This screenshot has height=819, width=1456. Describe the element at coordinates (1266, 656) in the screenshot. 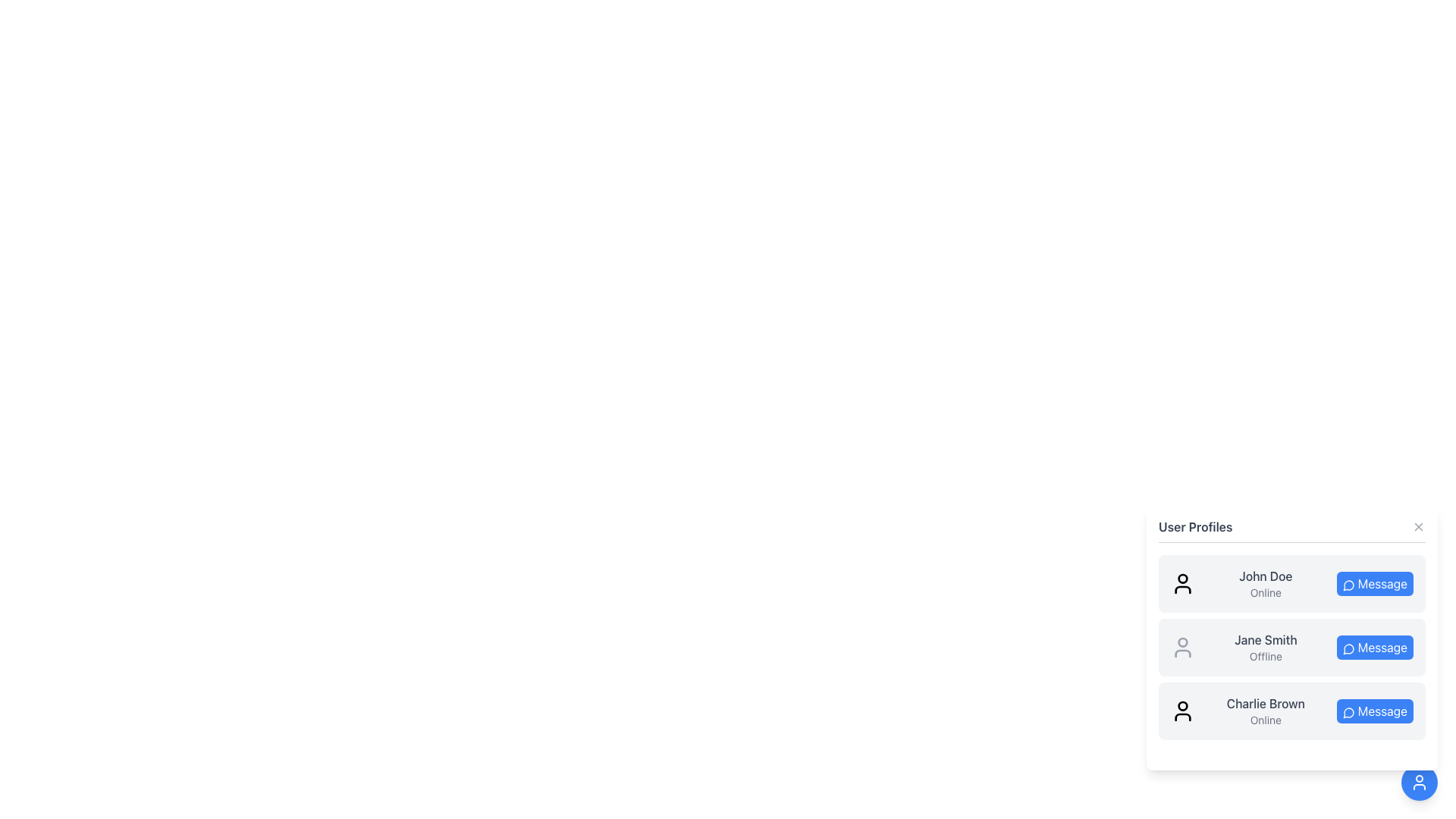

I see `the status text label indicating that user 'Jane Smith' is not currently online, which is positioned below the 'Jane Smith' name label in the user profiles list` at that location.